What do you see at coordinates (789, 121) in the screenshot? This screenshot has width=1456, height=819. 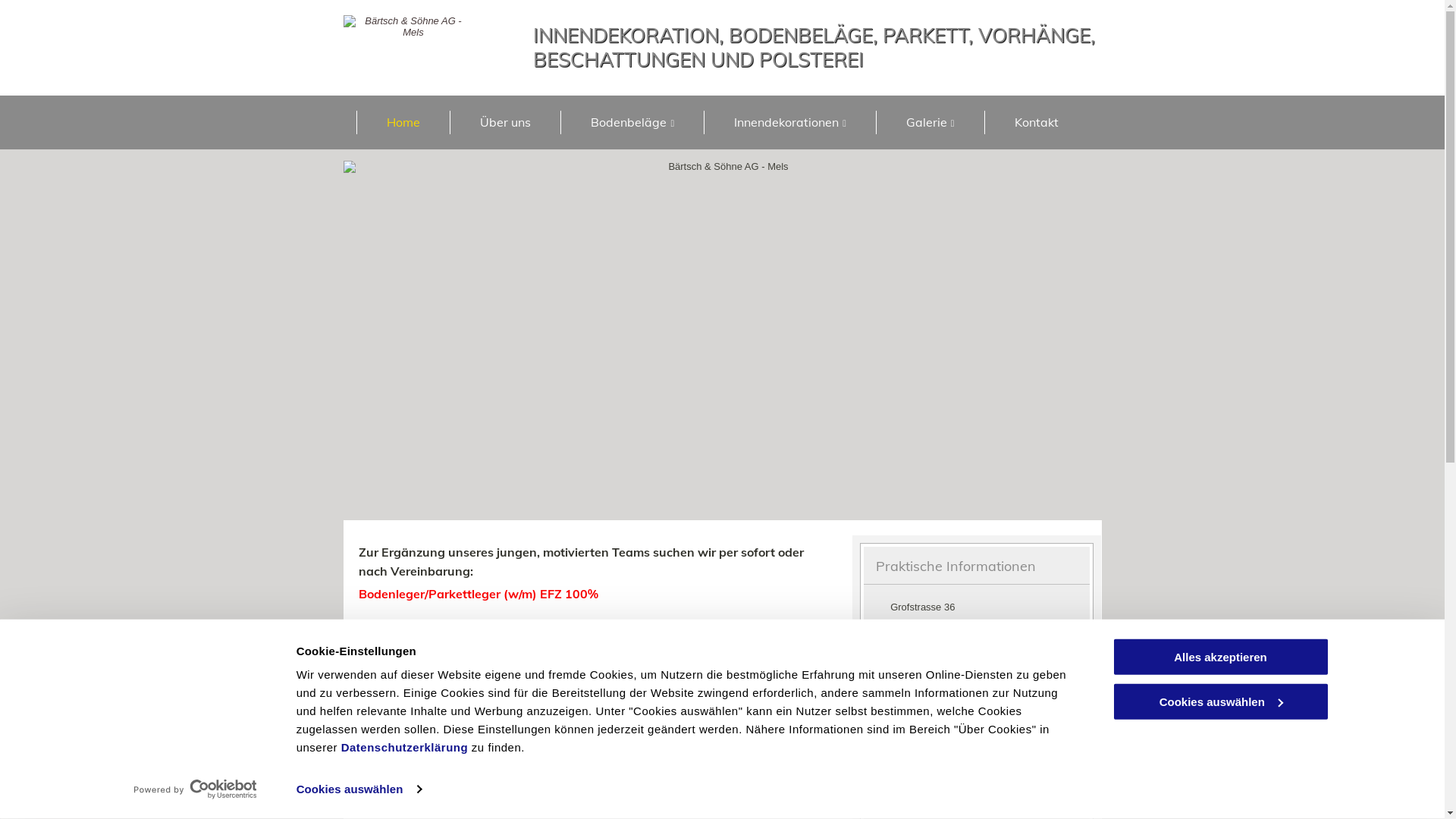 I see `'Innendekorationen'` at bounding box center [789, 121].